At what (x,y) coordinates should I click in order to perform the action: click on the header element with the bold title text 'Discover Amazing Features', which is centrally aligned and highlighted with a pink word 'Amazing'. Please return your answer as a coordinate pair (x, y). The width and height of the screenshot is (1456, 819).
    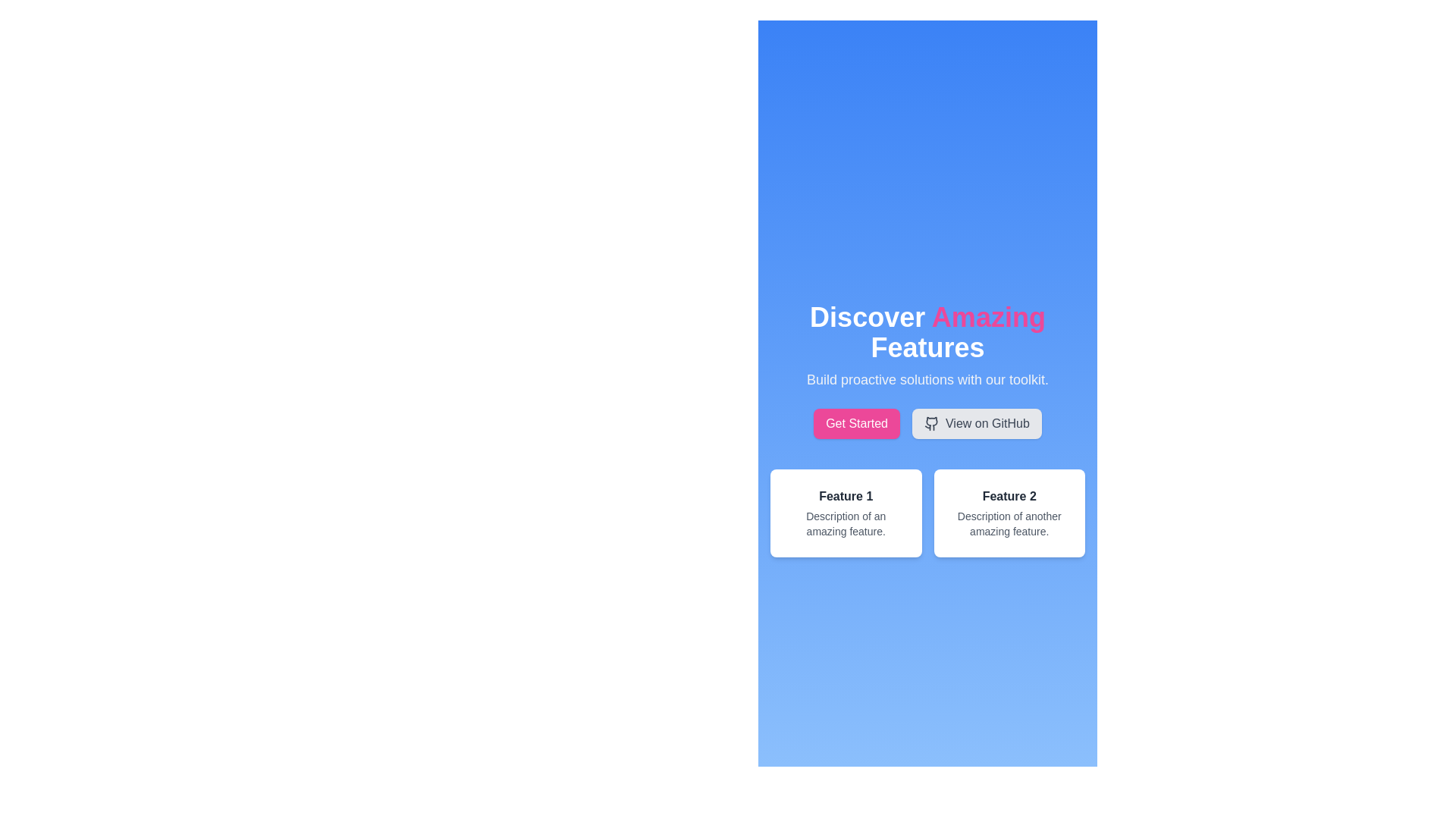
    Looking at the image, I should click on (927, 332).